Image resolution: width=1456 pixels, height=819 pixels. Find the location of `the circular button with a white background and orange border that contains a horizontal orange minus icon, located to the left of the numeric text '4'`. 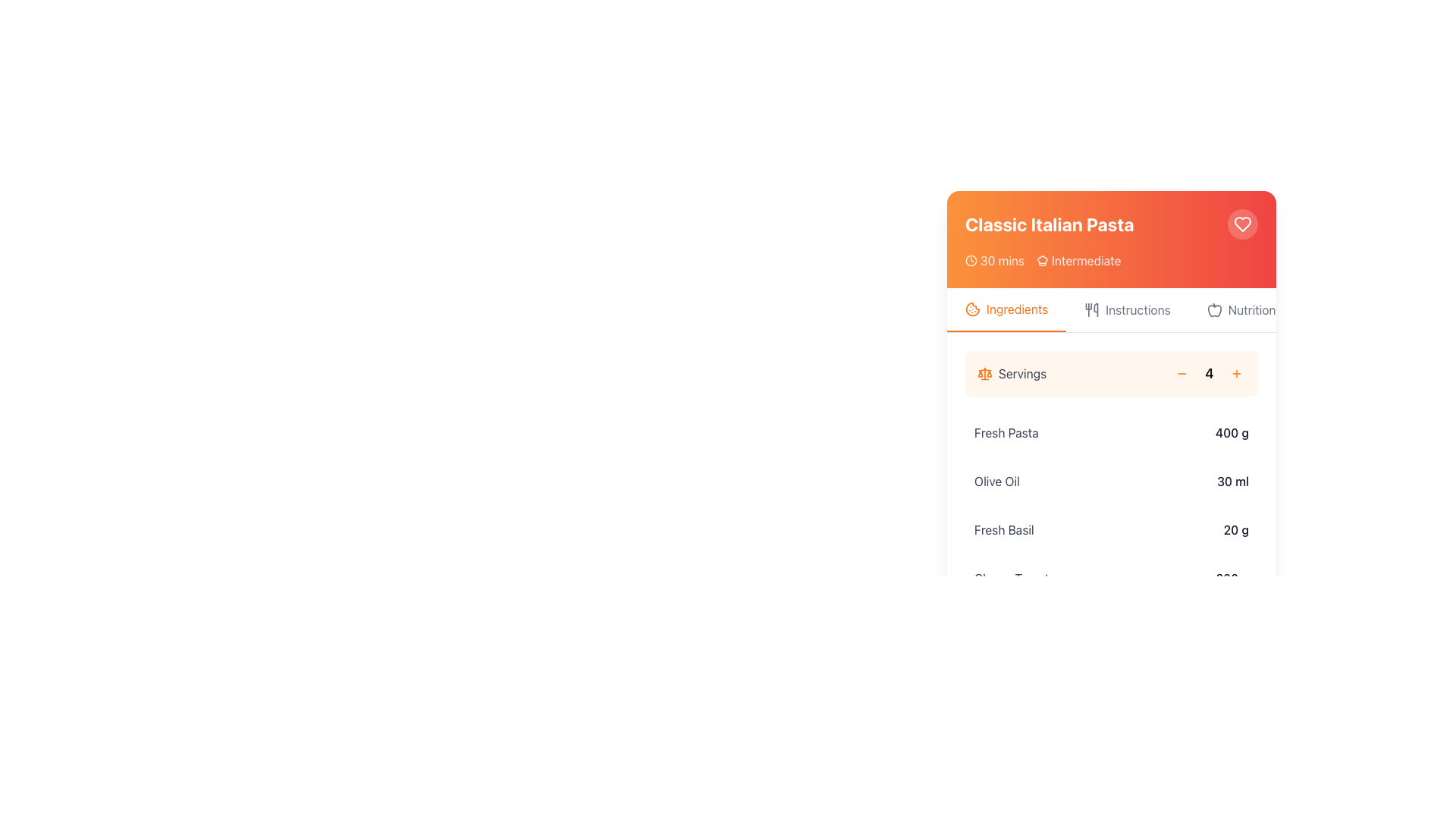

the circular button with a white background and orange border that contains a horizontal orange minus icon, located to the left of the numeric text '4' is located at coordinates (1181, 374).